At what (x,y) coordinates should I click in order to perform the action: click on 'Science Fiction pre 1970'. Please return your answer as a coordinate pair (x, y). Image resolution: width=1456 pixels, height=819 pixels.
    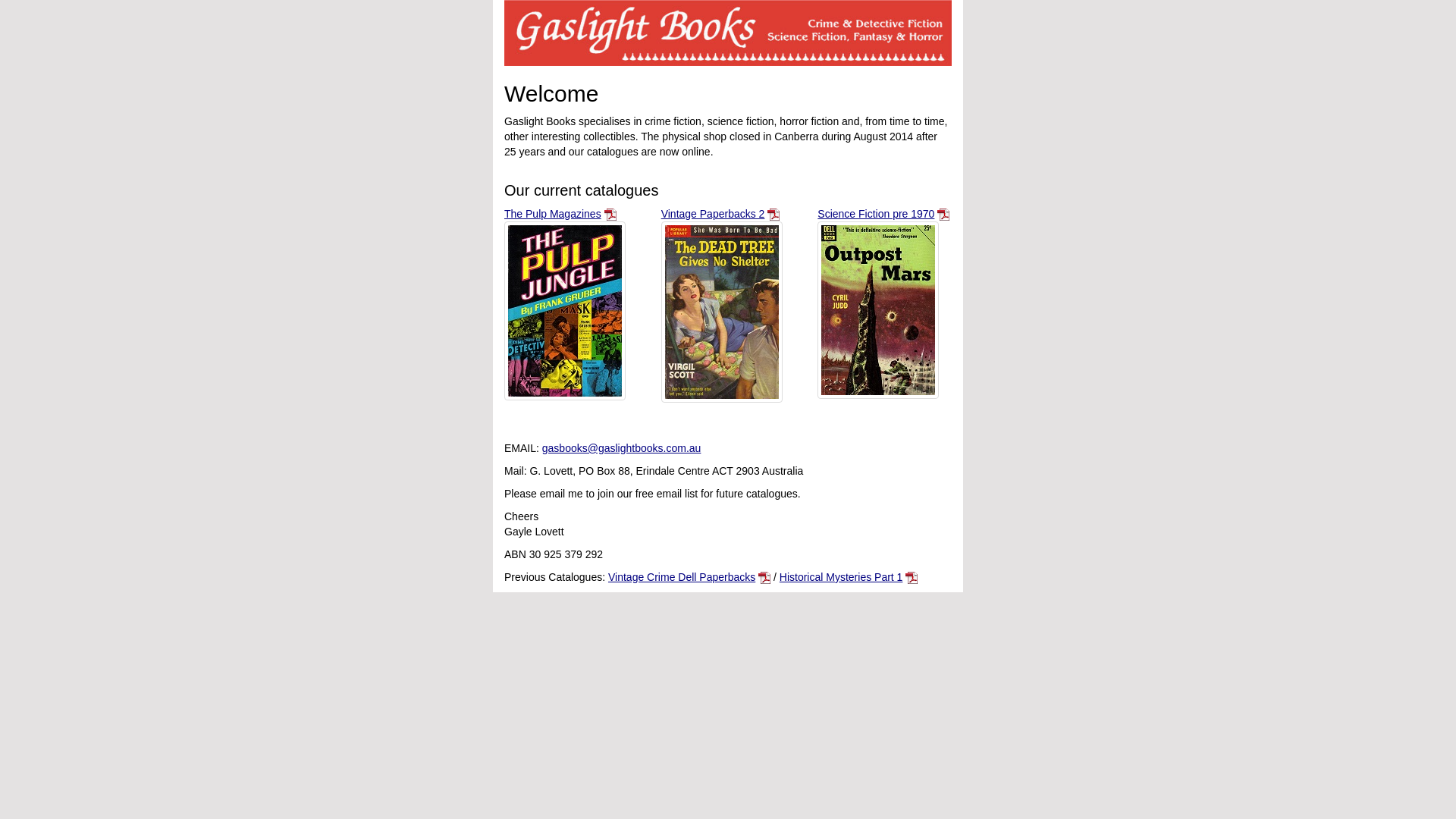
    Looking at the image, I should click on (817, 213).